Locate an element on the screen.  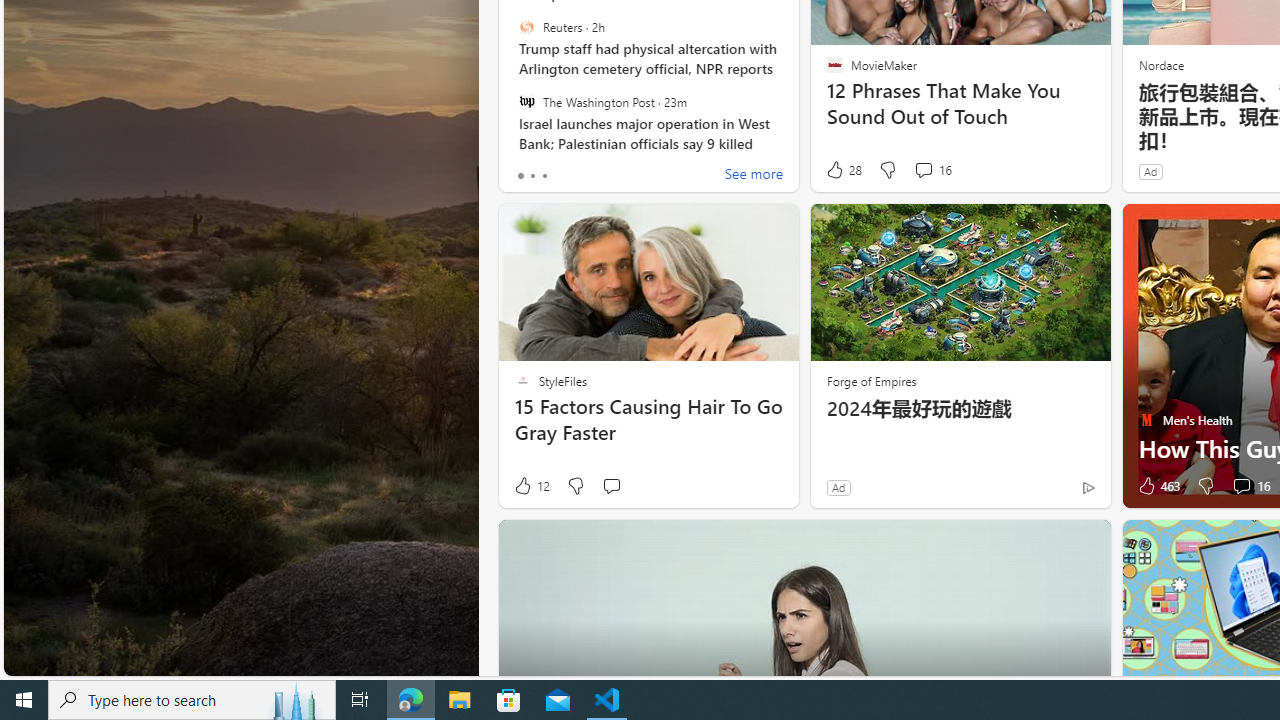
'The Washington Post' is located at coordinates (526, 101).